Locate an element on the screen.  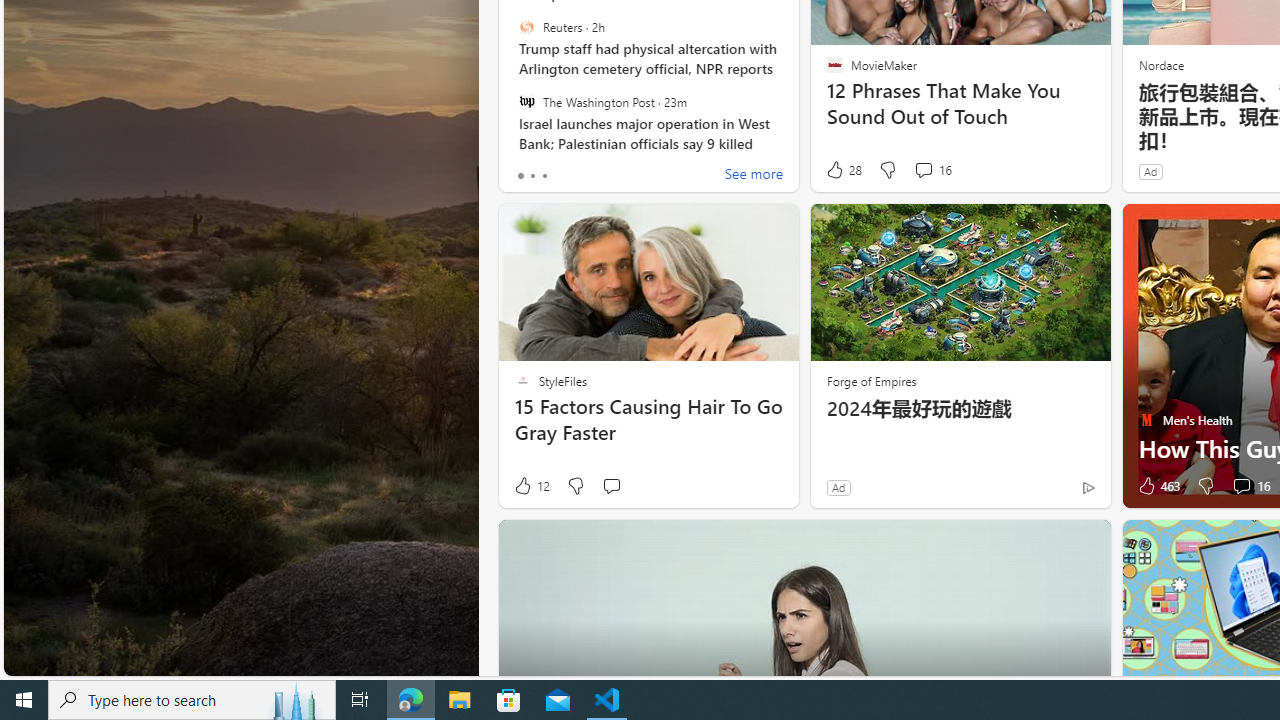
'The Washington Post' is located at coordinates (526, 101).